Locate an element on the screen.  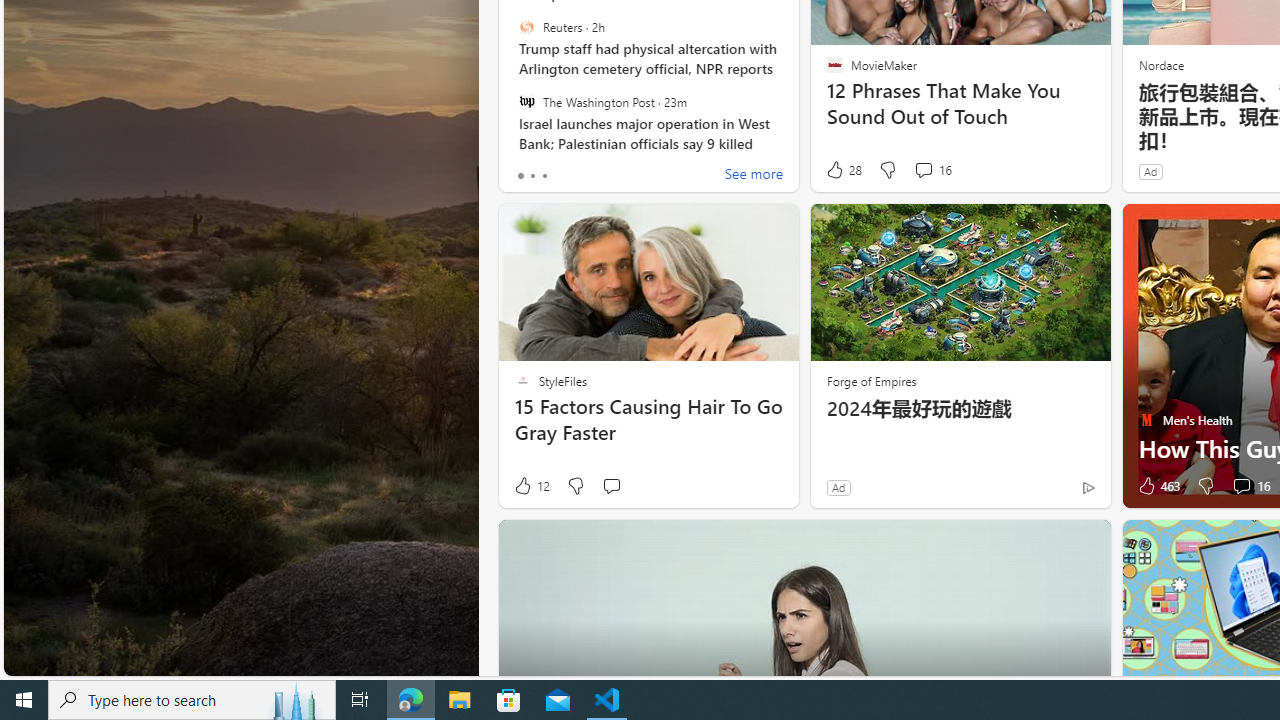
'The Washington Post' is located at coordinates (526, 101).